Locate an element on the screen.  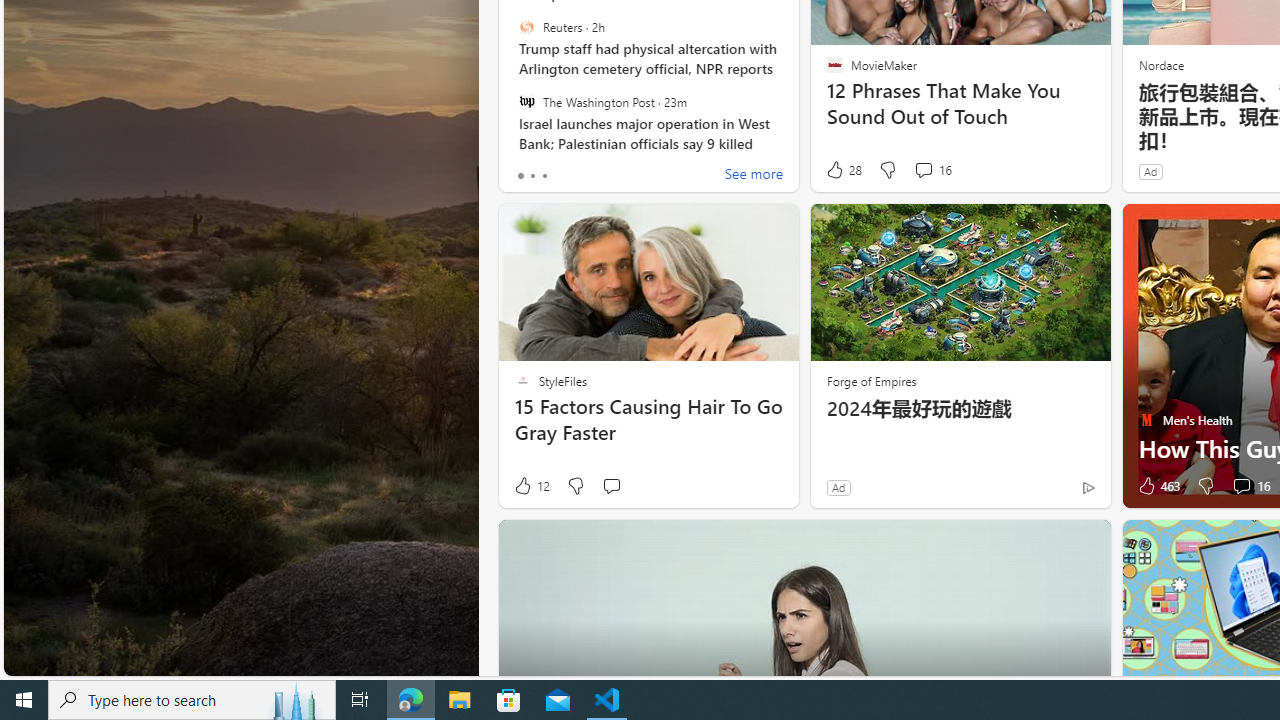
'The Washington Post' is located at coordinates (526, 101).